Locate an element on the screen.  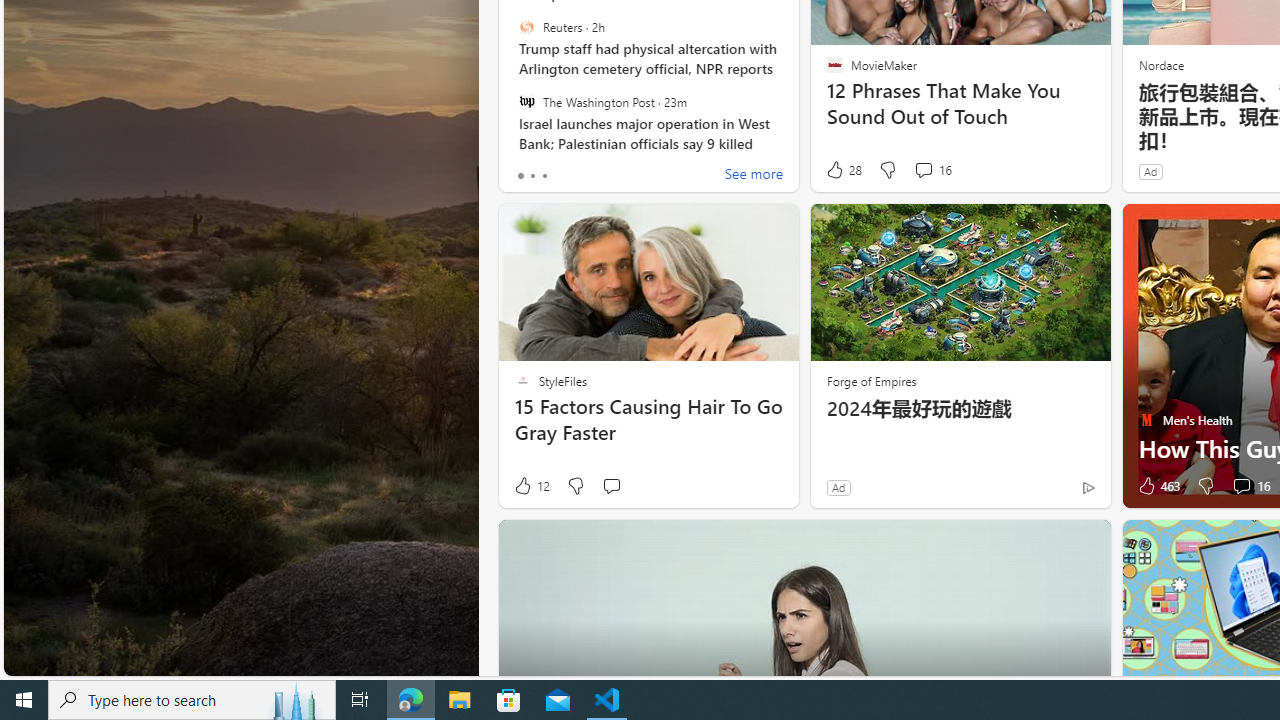
'The Washington Post' is located at coordinates (526, 101).